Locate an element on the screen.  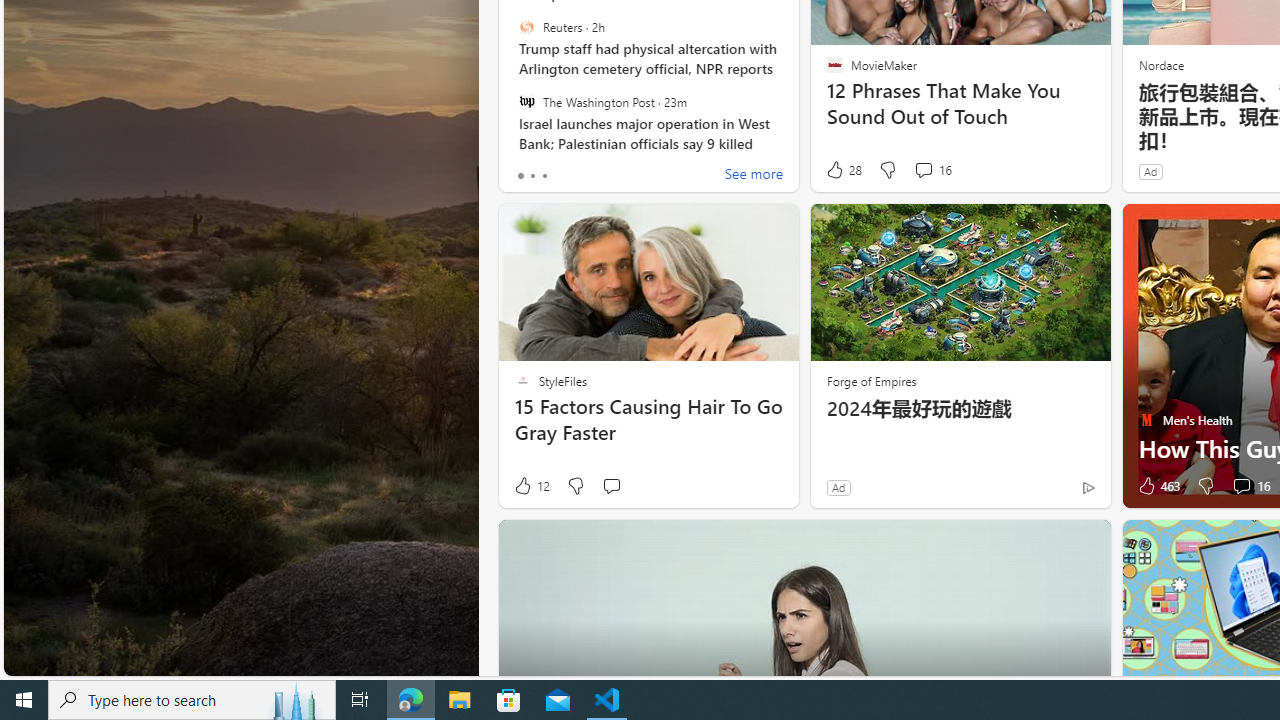
'The Washington Post' is located at coordinates (526, 101).